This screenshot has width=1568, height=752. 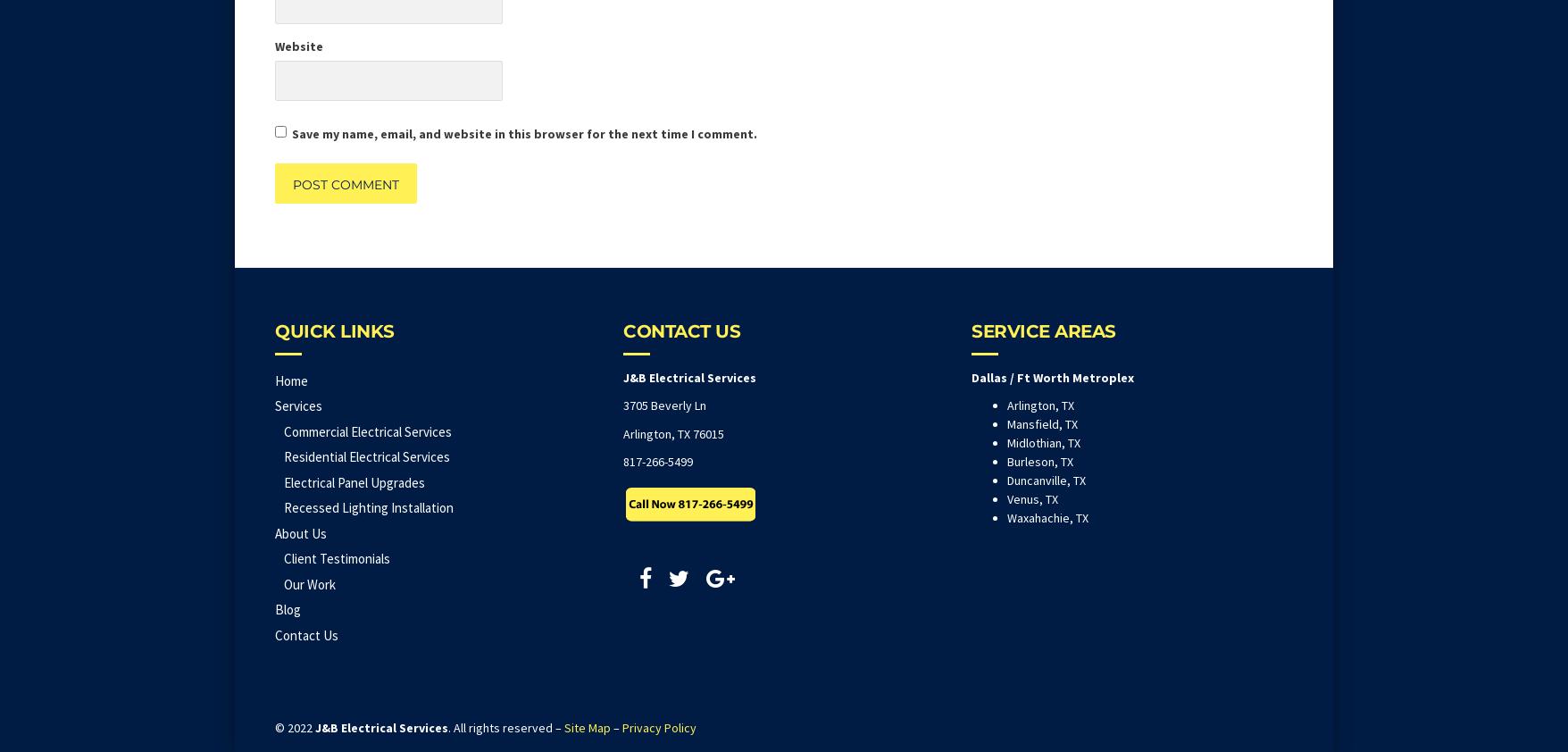 What do you see at coordinates (1039, 460) in the screenshot?
I see `'Burleson, TX'` at bounding box center [1039, 460].